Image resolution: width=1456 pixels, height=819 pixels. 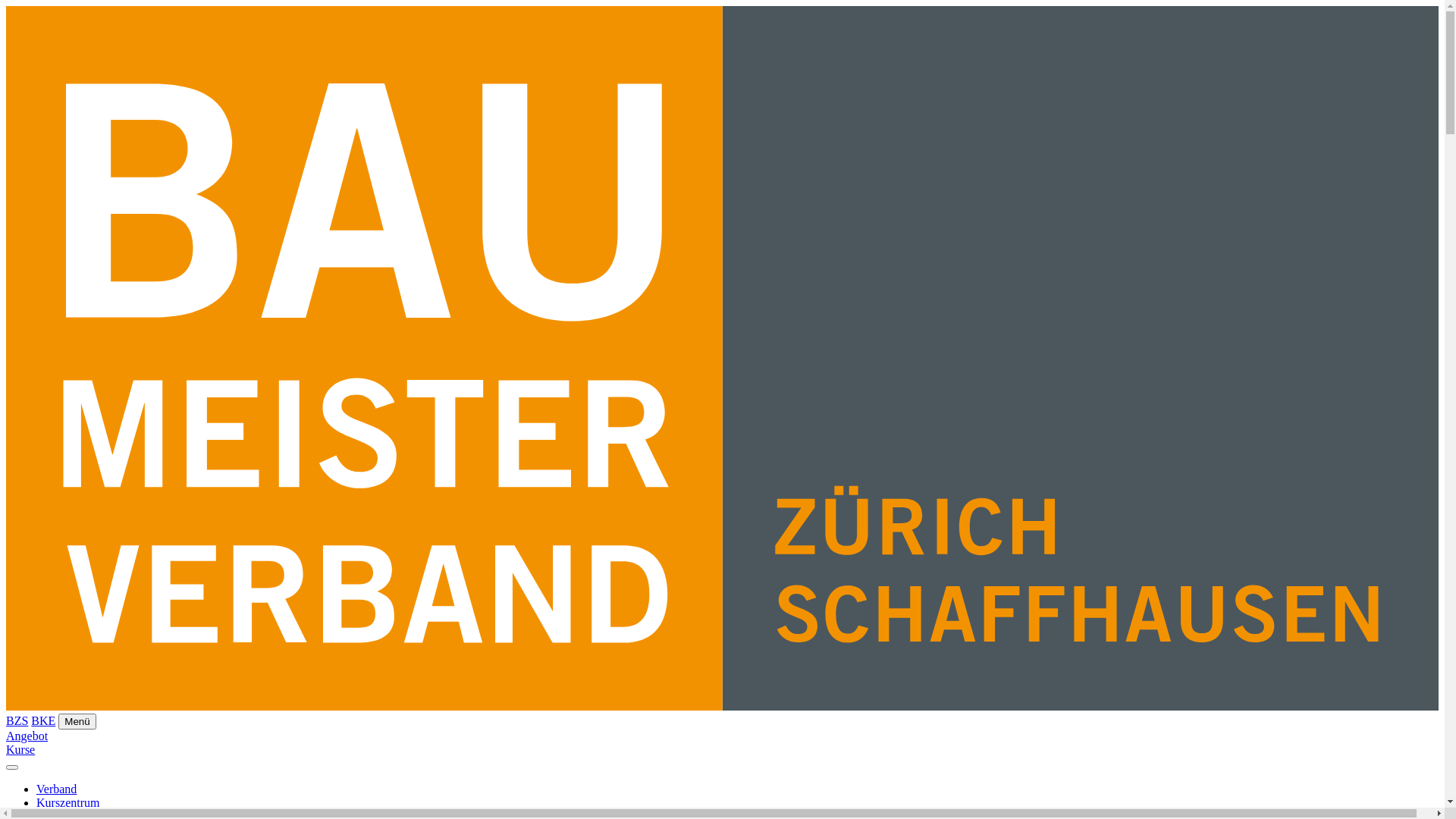 I want to click on 'Angebot, so click(x=6, y=742).